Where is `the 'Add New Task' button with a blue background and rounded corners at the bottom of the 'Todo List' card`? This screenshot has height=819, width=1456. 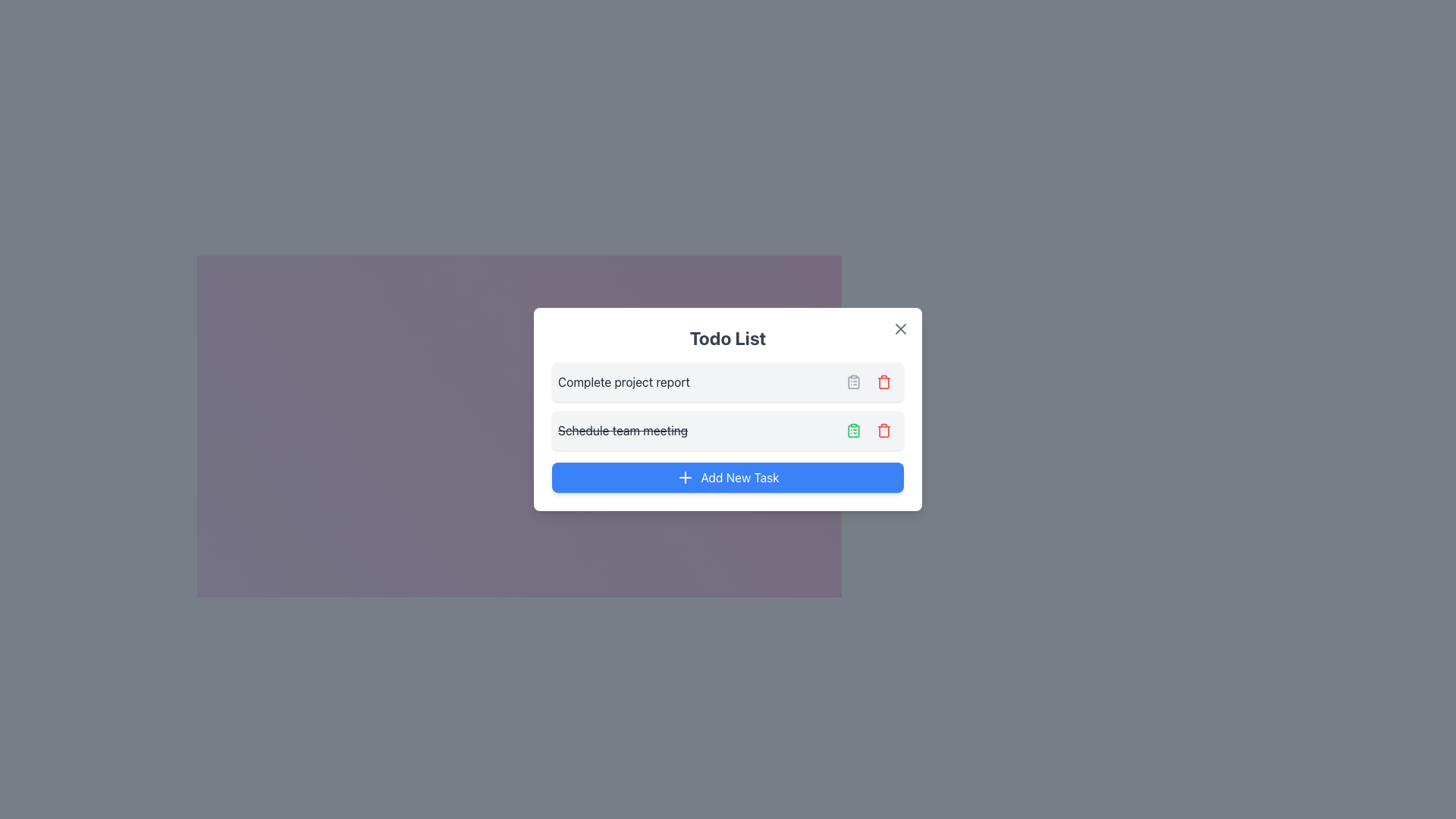
the 'Add New Task' button with a blue background and rounded corners at the bottom of the 'Todo List' card is located at coordinates (728, 476).